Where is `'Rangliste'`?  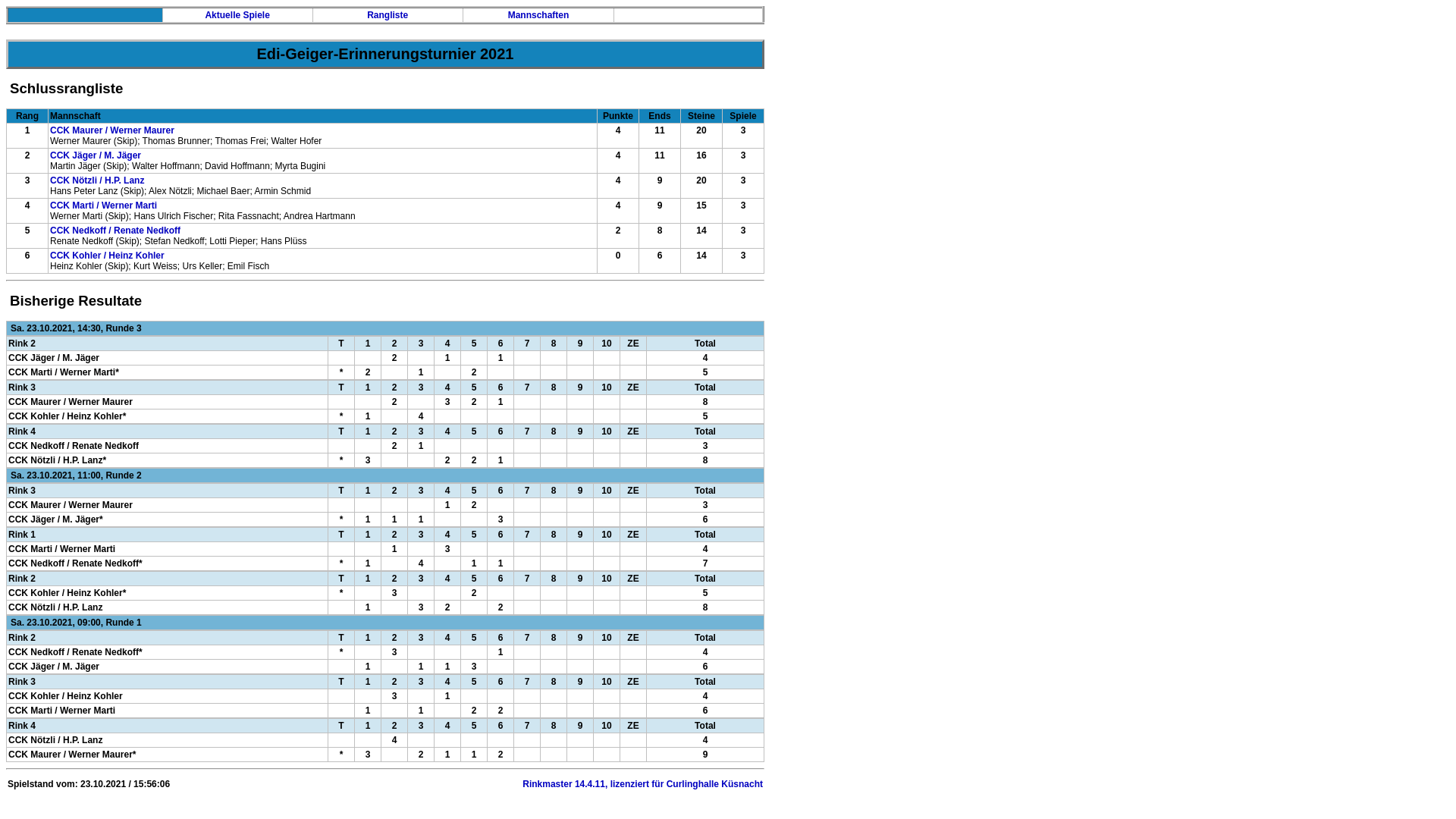 'Rangliste' is located at coordinates (387, 14).